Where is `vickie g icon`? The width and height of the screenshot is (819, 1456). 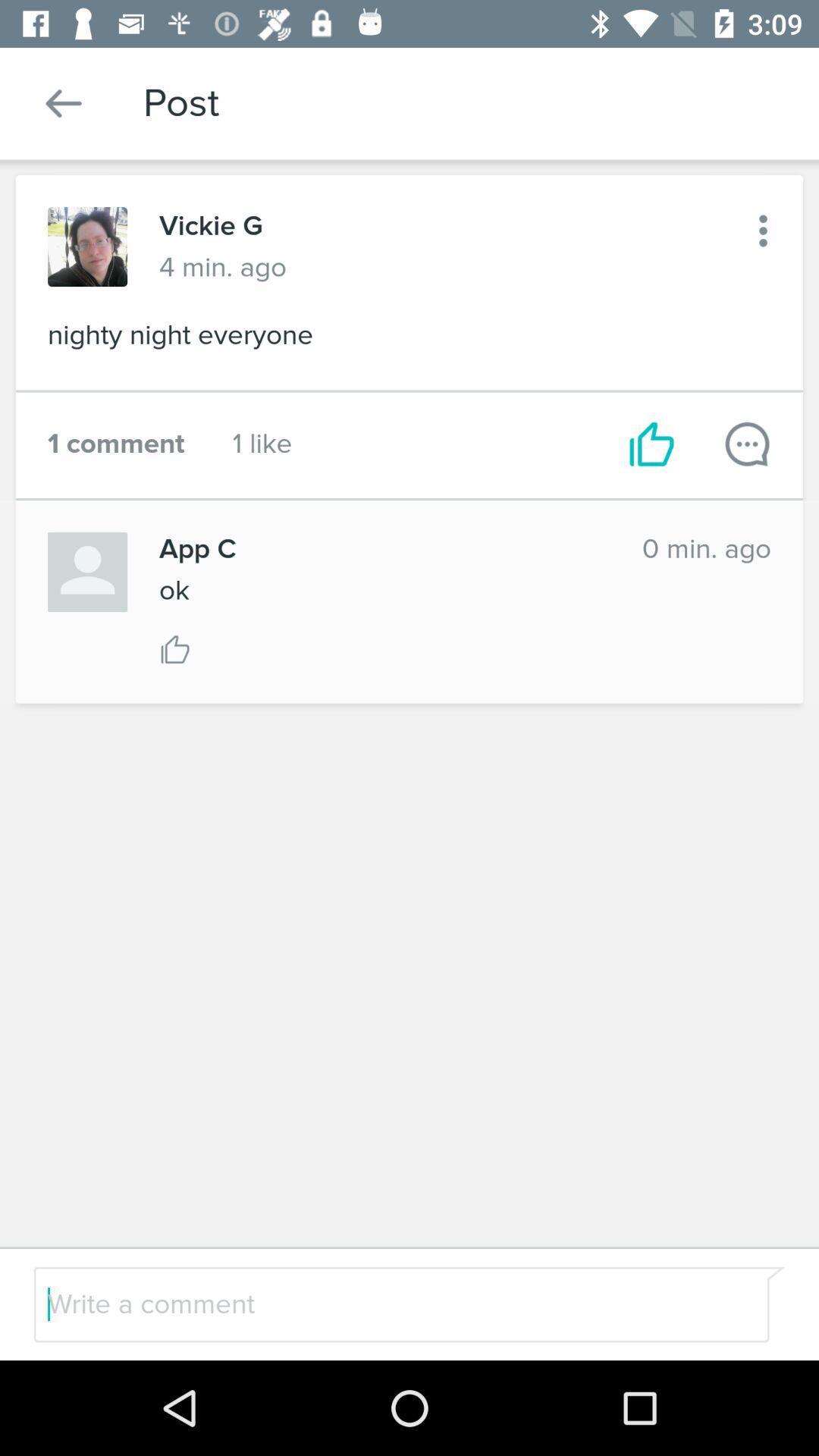 vickie g icon is located at coordinates (211, 225).